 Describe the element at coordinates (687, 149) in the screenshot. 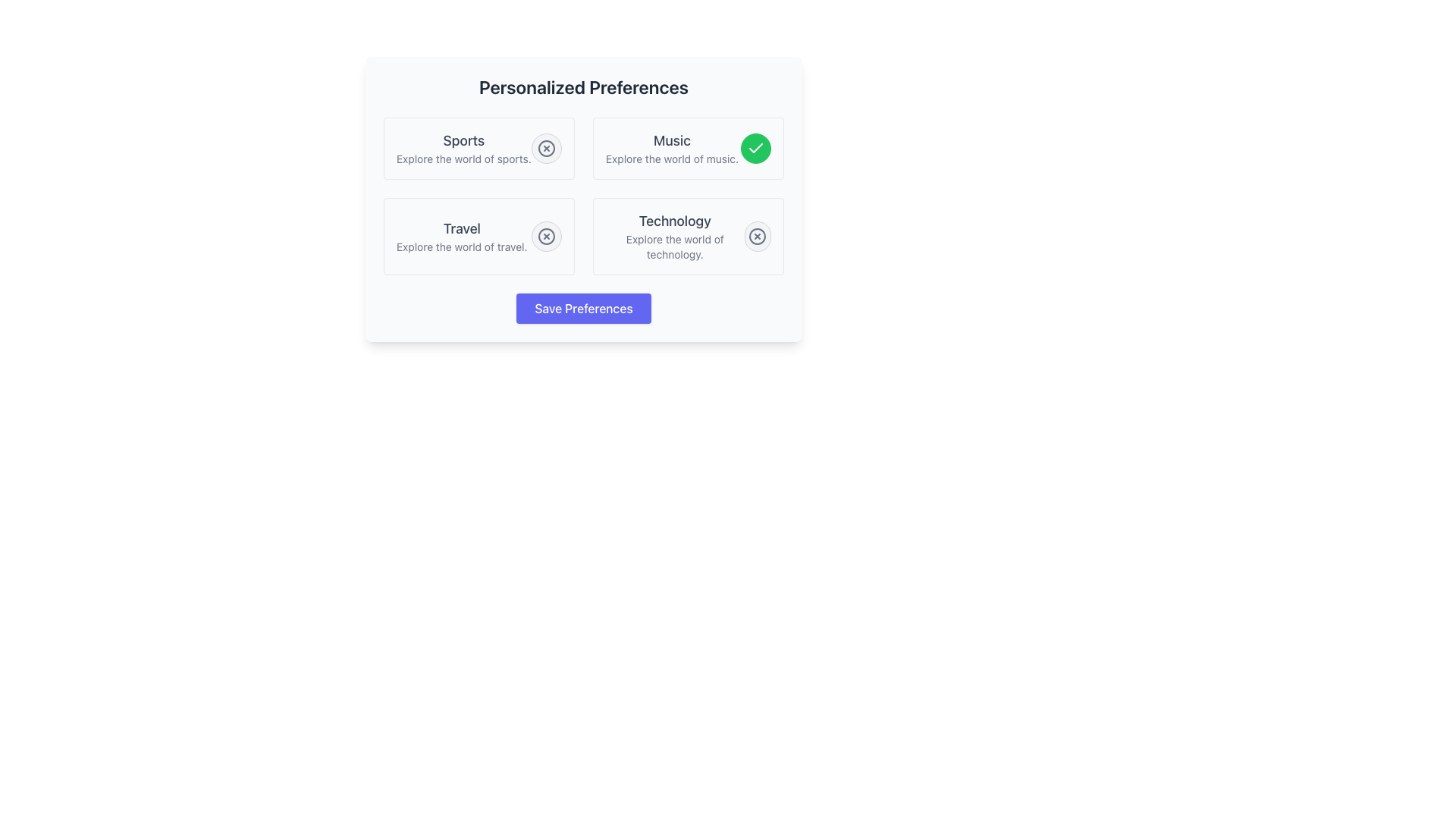

I see `the 'Music' selectable card in the upper-right corner of the grid titled 'Personalized Preferences'` at that location.